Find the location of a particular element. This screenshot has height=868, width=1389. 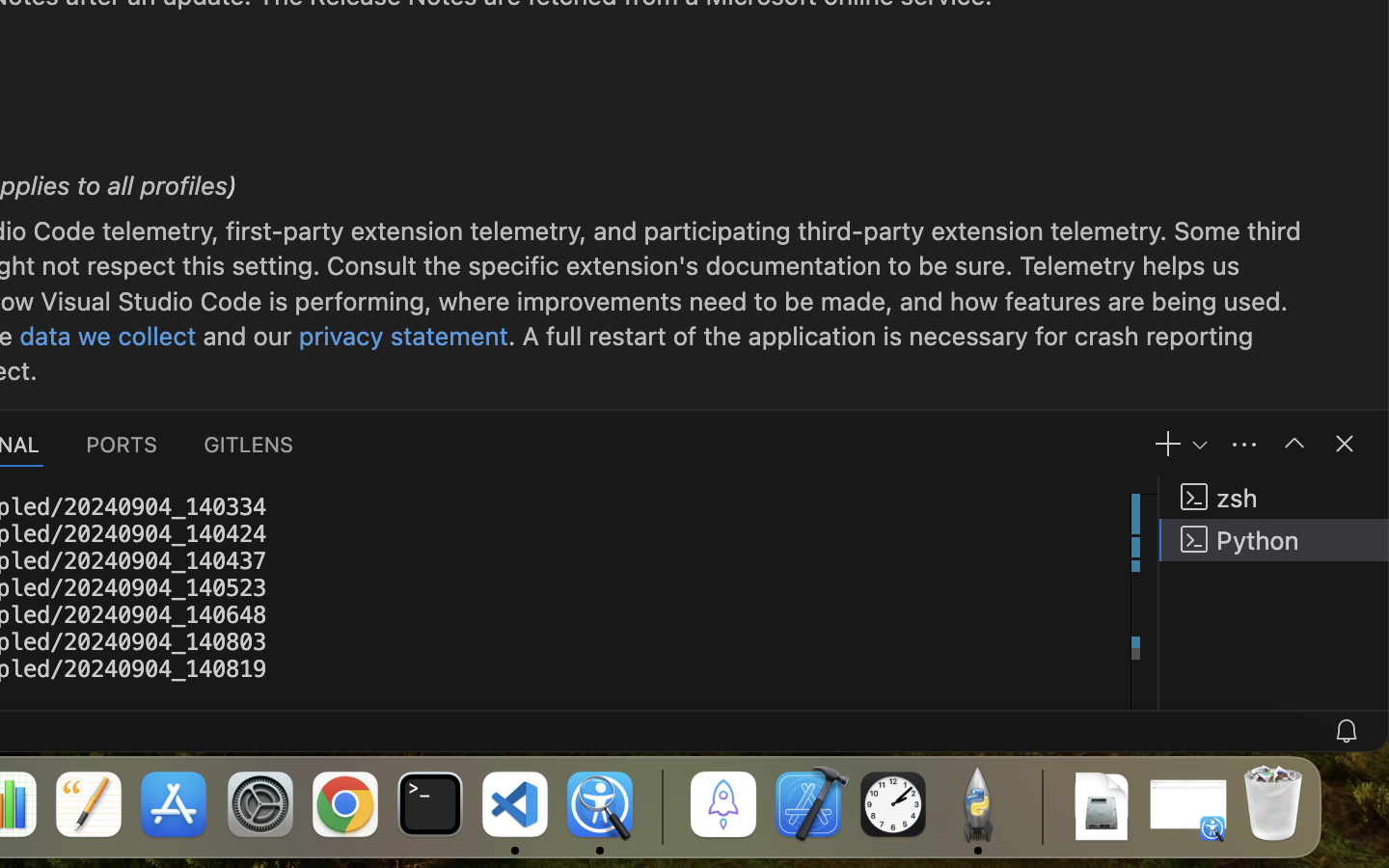

'data we collect' is located at coordinates (108, 336).